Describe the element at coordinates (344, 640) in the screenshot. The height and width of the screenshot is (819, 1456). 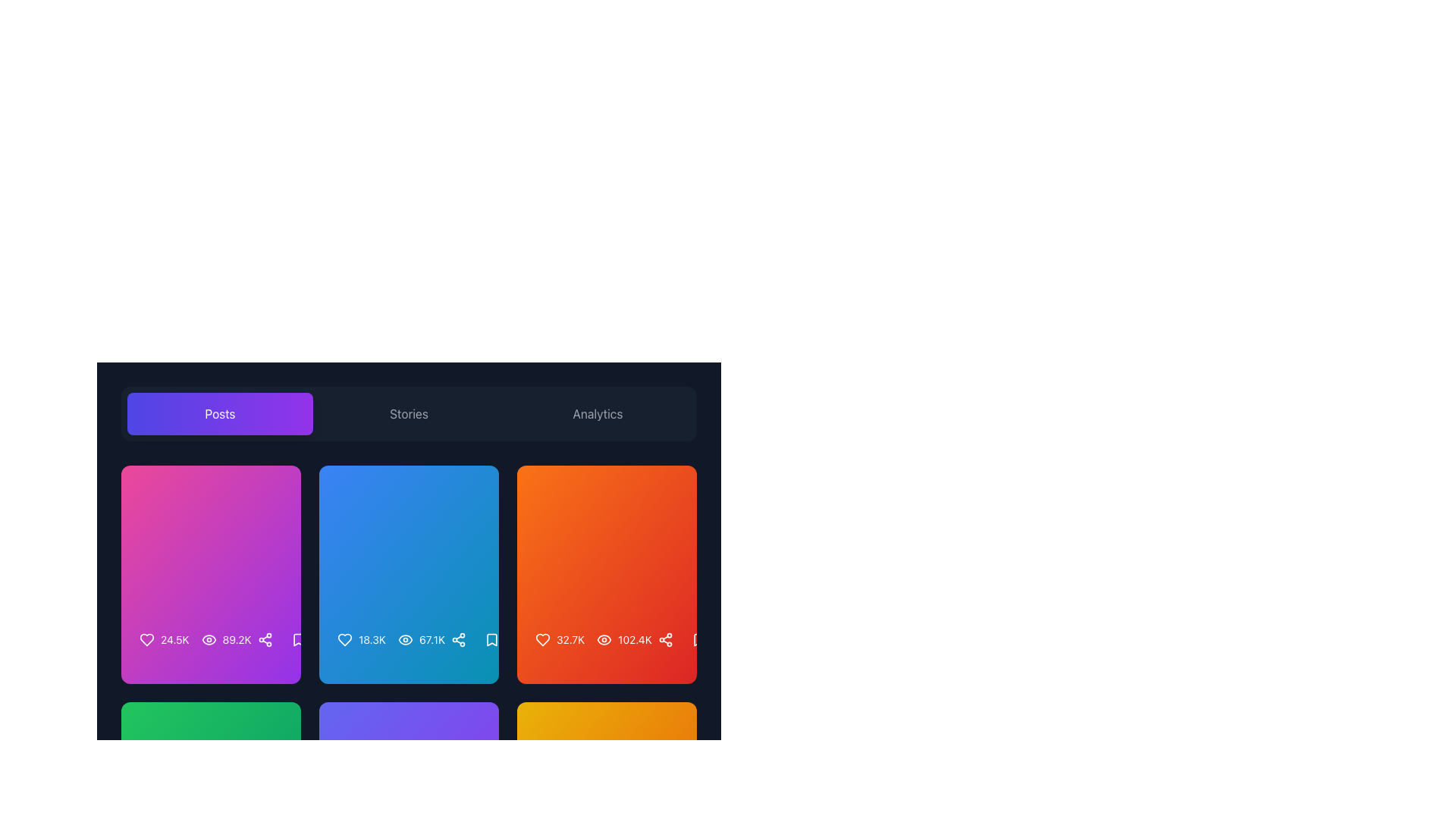
I see `the like icon located in the center column of the second row of the post card, which visually represents the number of likes (18.3K)` at that location.